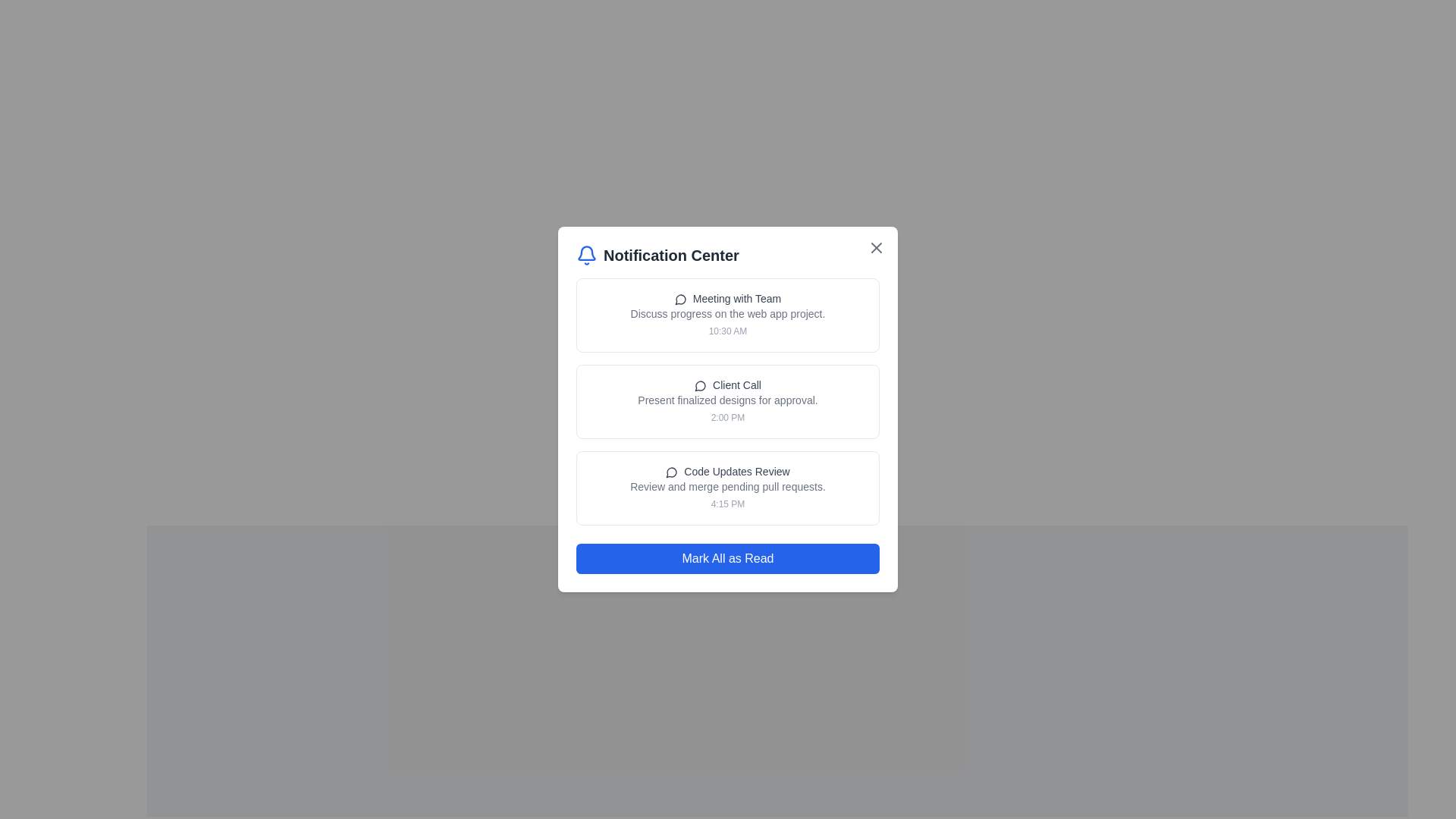 This screenshot has height=819, width=1456. I want to click on the icon located to the left of the text 'Client Call' within the 'Notification Center' to understand the type of notification it represents, so click(700, 385).